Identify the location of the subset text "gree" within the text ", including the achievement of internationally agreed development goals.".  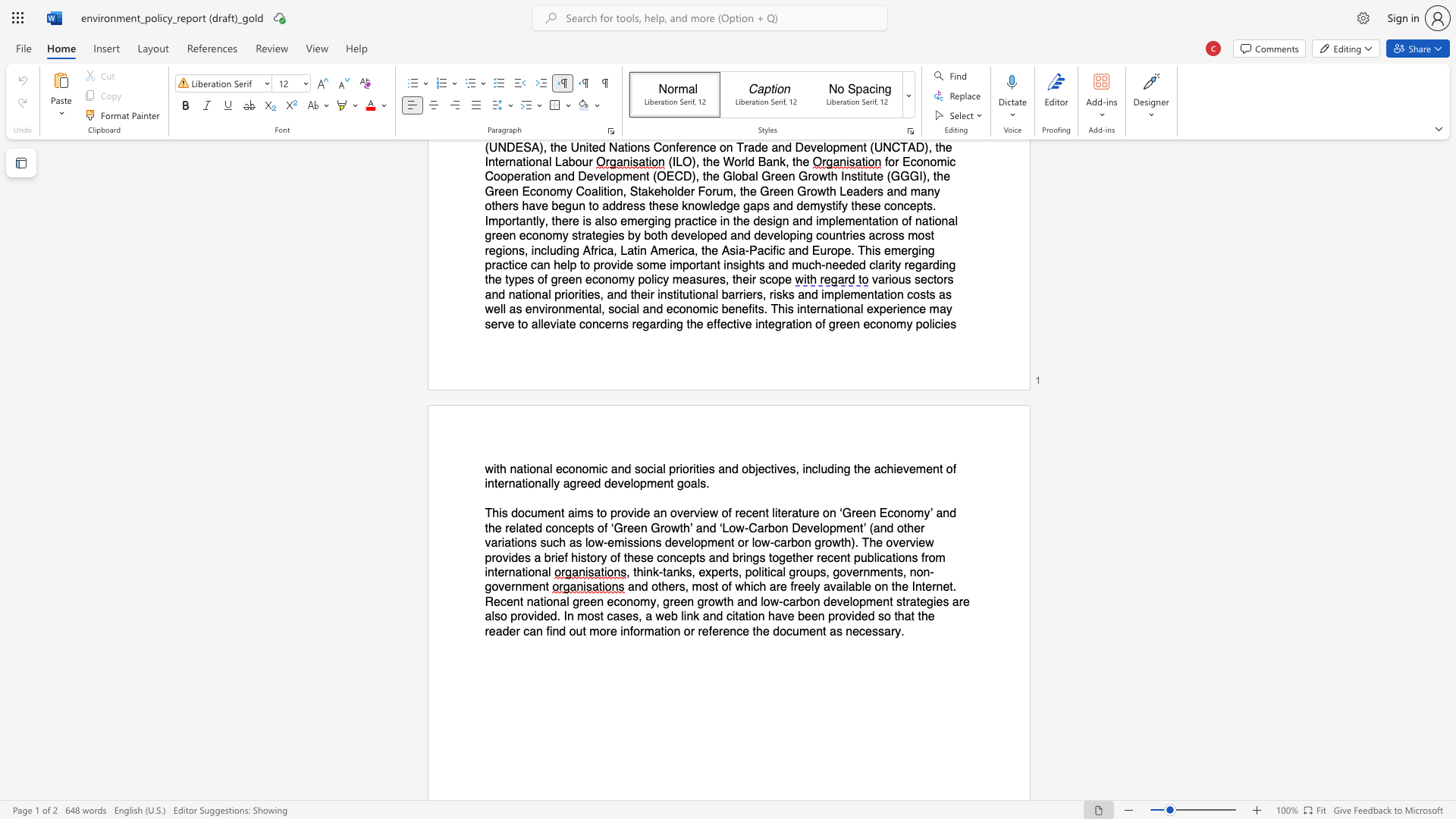
(569, 484).